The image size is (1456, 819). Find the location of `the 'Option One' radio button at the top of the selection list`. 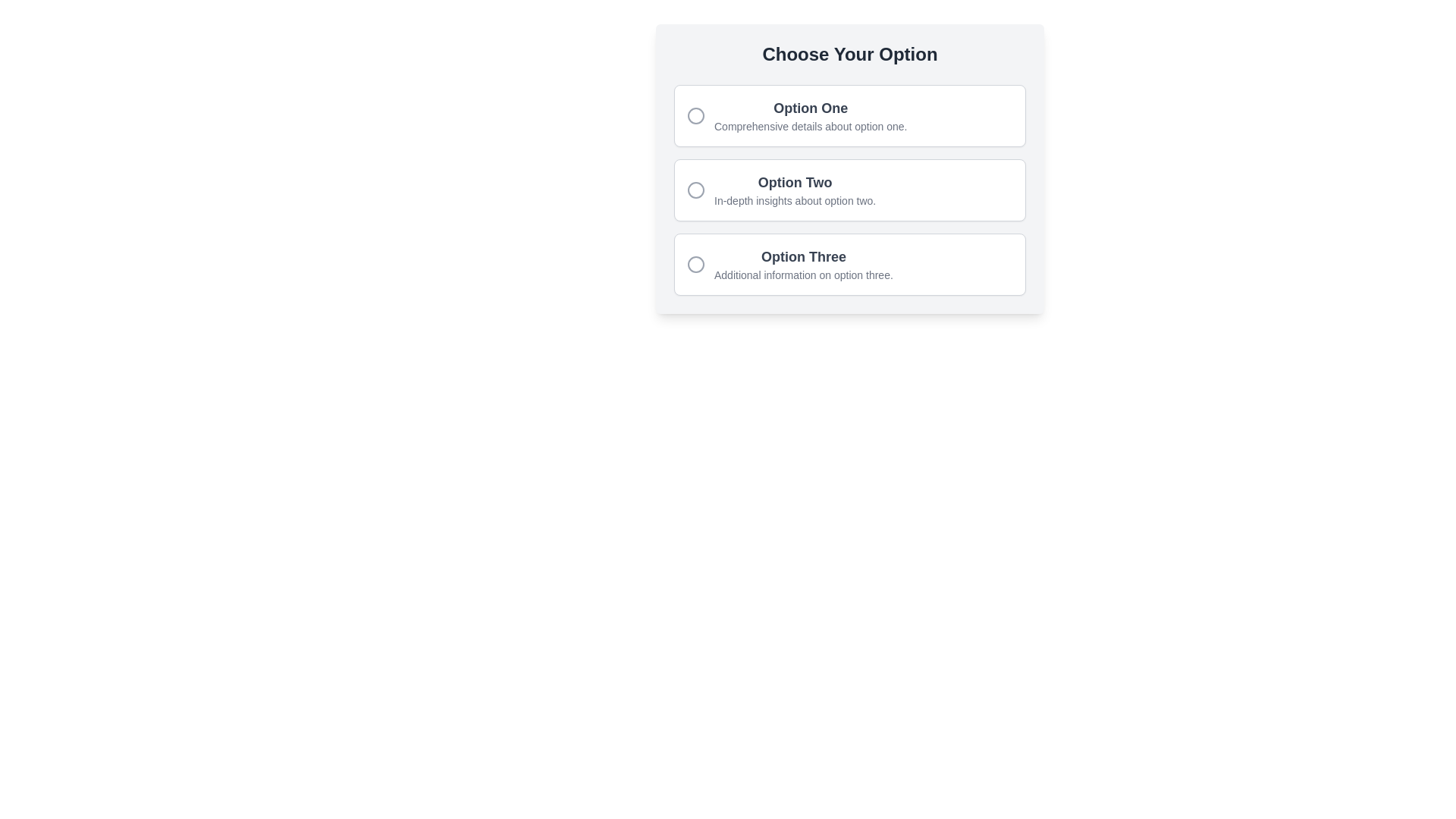

the 'Option One' radio button at the top of the selection list is located at coordinates (850, 115).